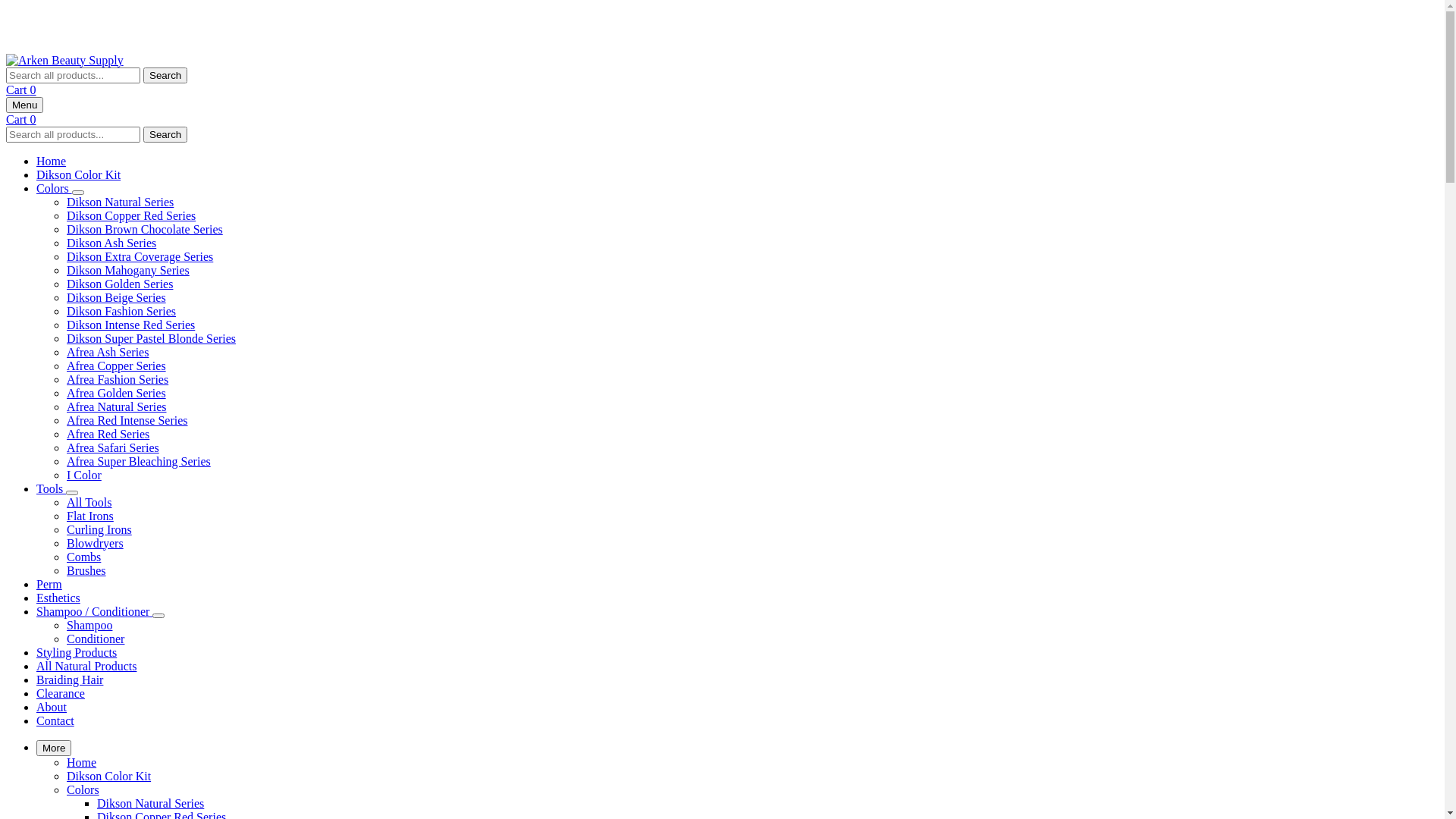  Describe the element at coordinates (83, 557) in the screenshot. I see `'Combs'` at that location.